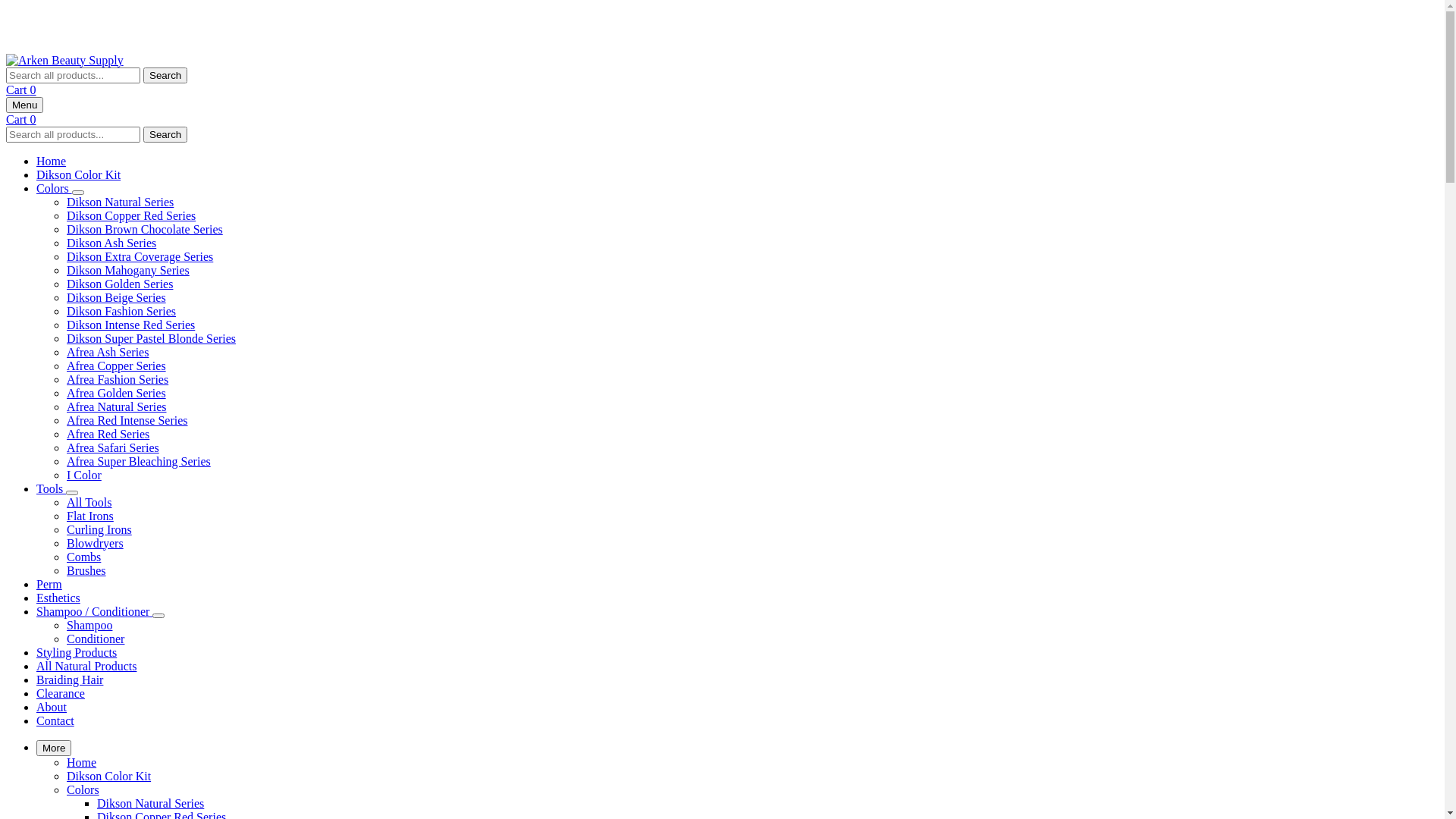  Describe the element at coordinates (83, 557) in the screenshot. I see `'Combs'` at that location.